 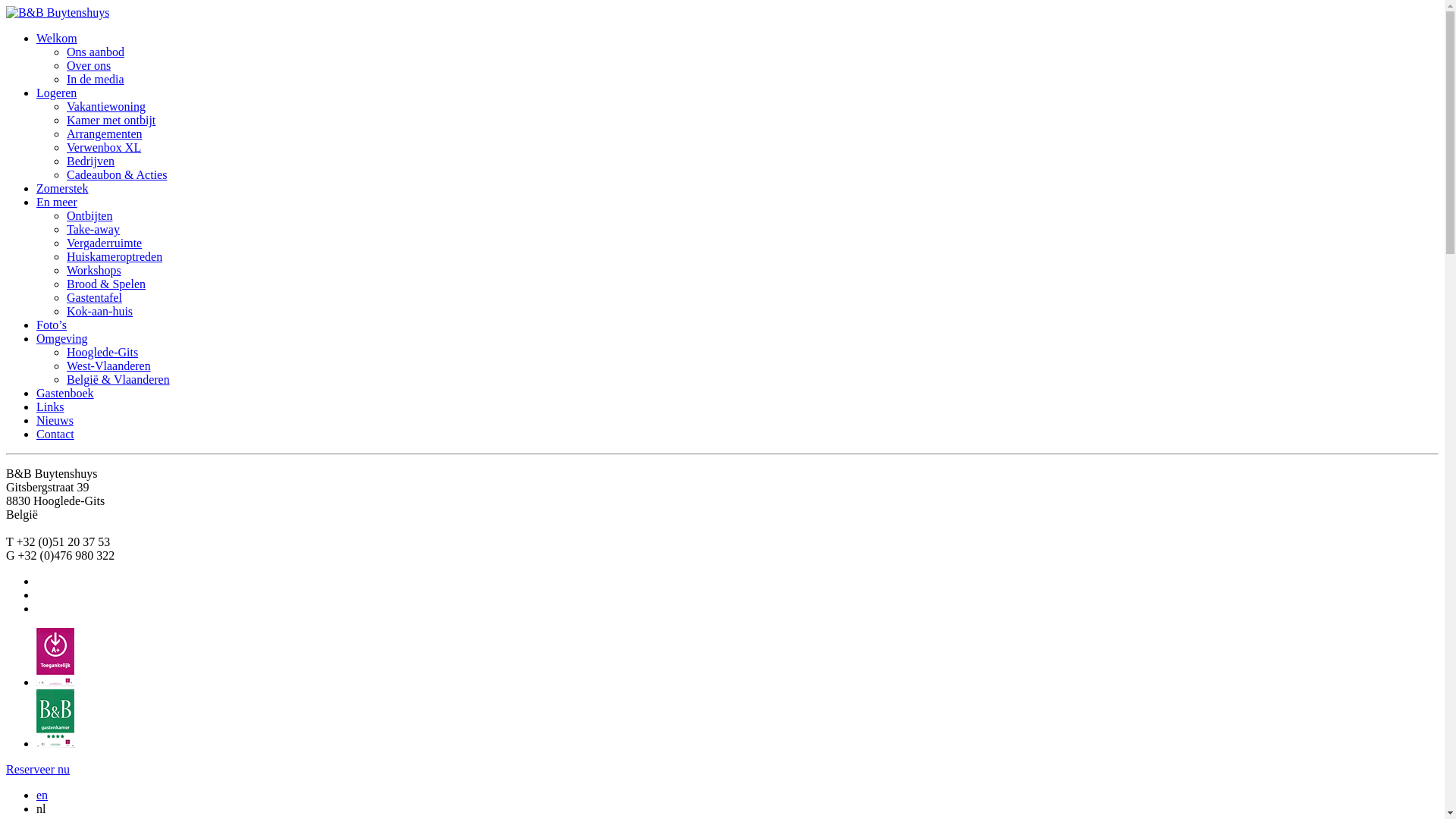 What do you see at coordinates (103, 242) in the screenshot?
I see `'Vergaderruimte'` at bounding box center [103, 242].